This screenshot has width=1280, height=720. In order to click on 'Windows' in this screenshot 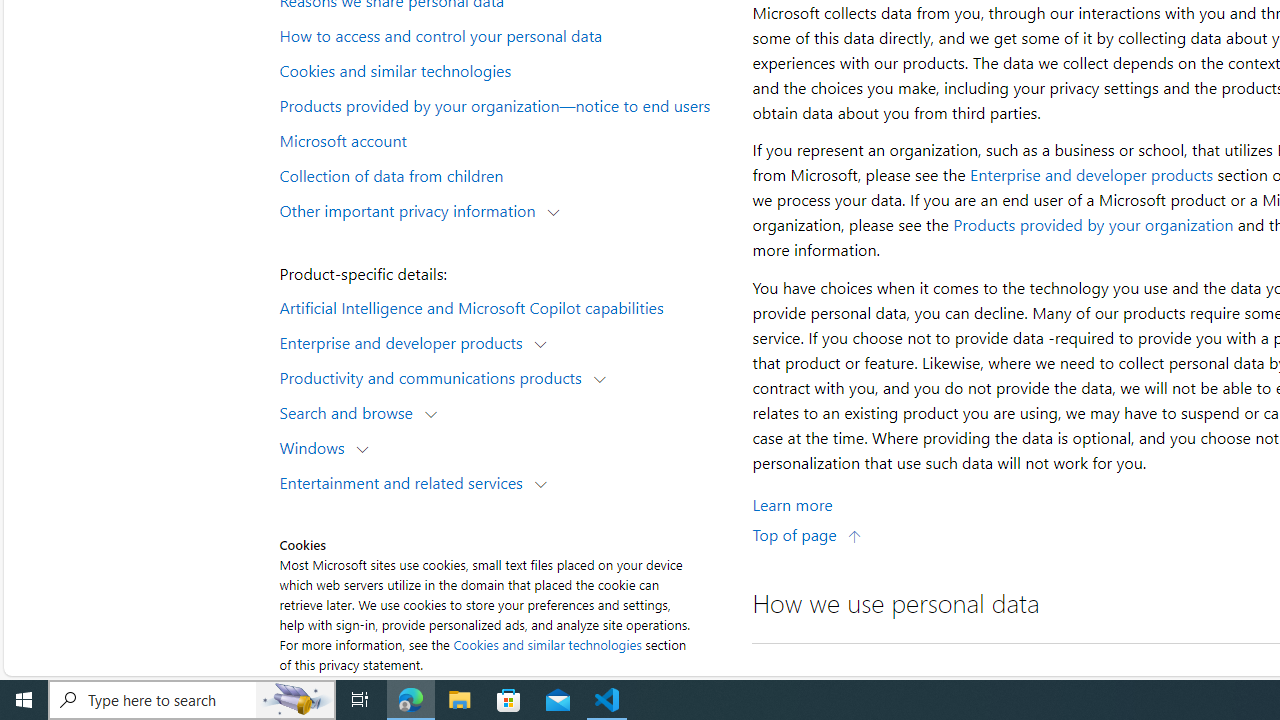, I will do `click(315, 446)`.